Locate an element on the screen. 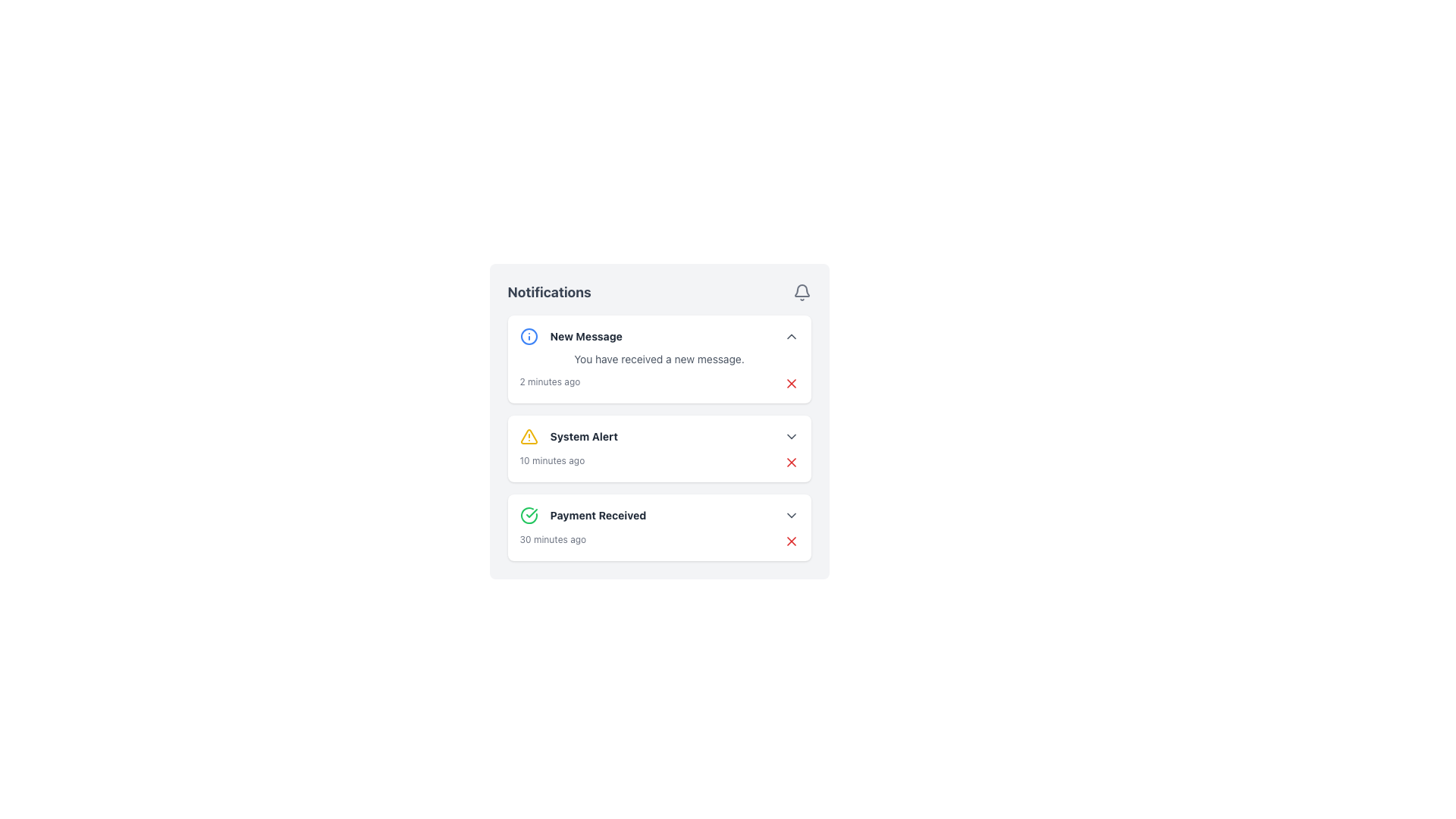  the stylized bell icon located near the upper-right corner of the user interface is located at coordinates (801, 290).